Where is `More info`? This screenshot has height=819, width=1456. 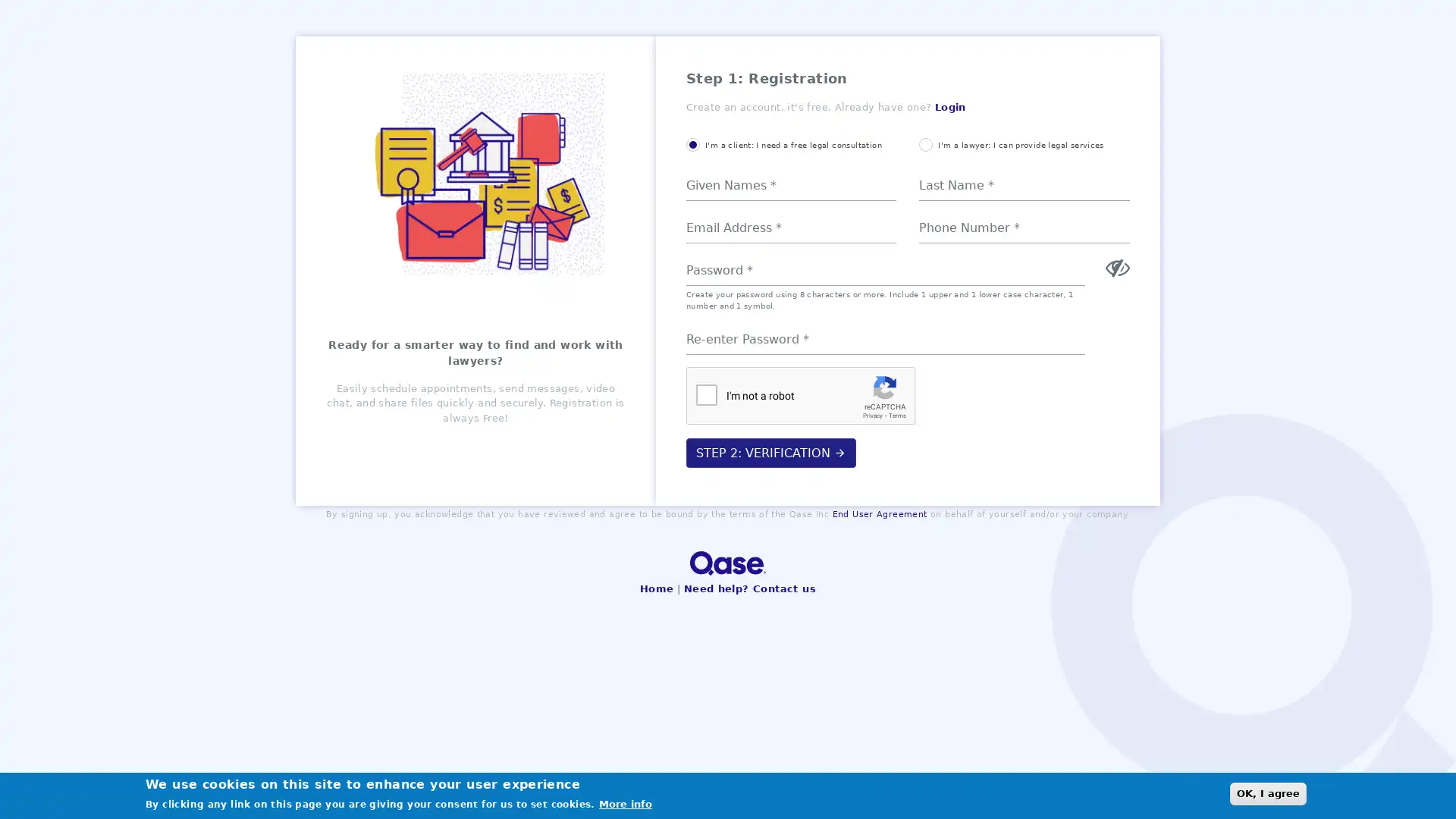
More info is located at coordinates (626, 803).